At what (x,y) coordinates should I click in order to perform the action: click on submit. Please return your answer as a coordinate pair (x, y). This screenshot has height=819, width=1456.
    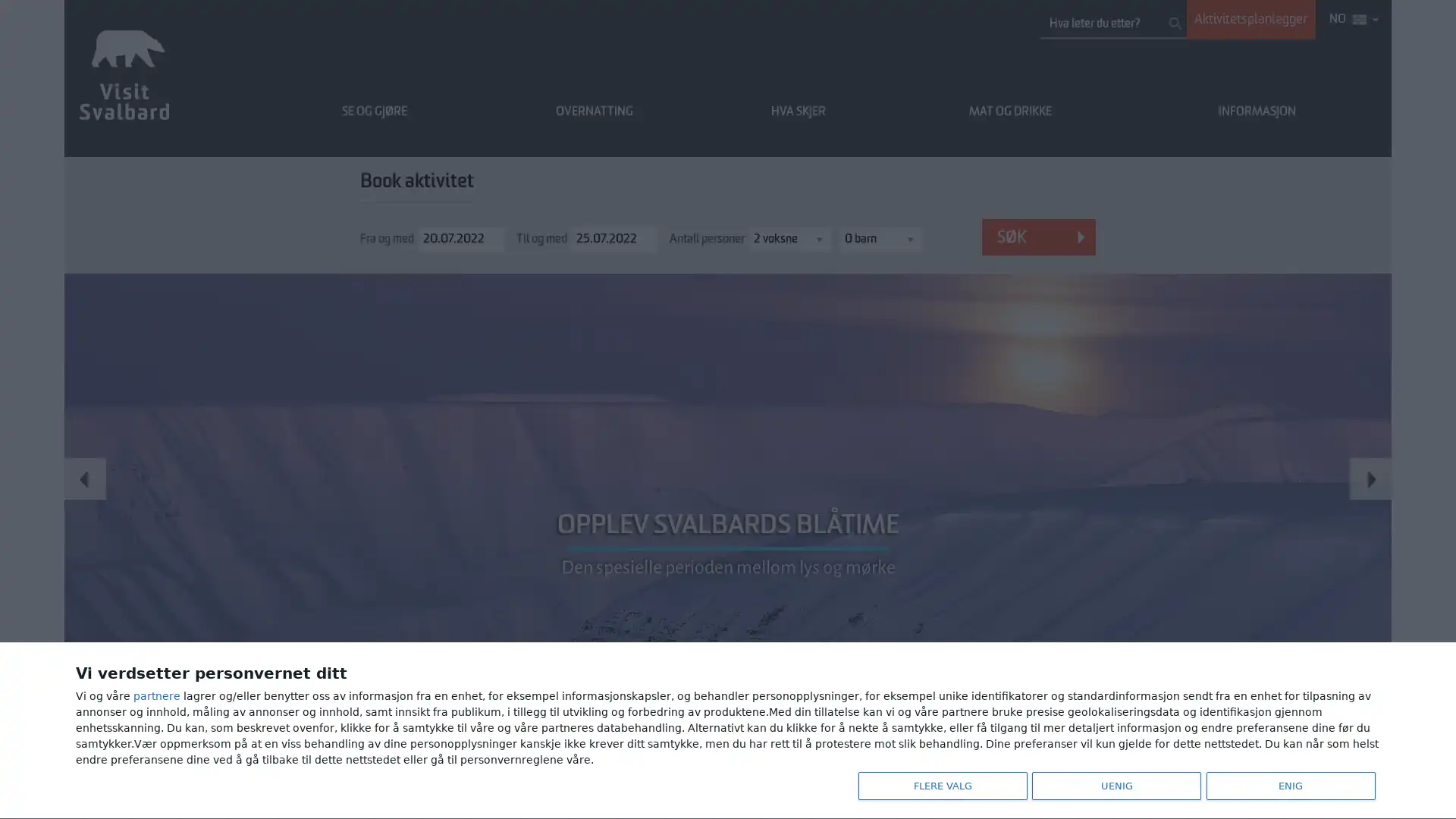
    Looking at the image, I should click on (1175, 23).